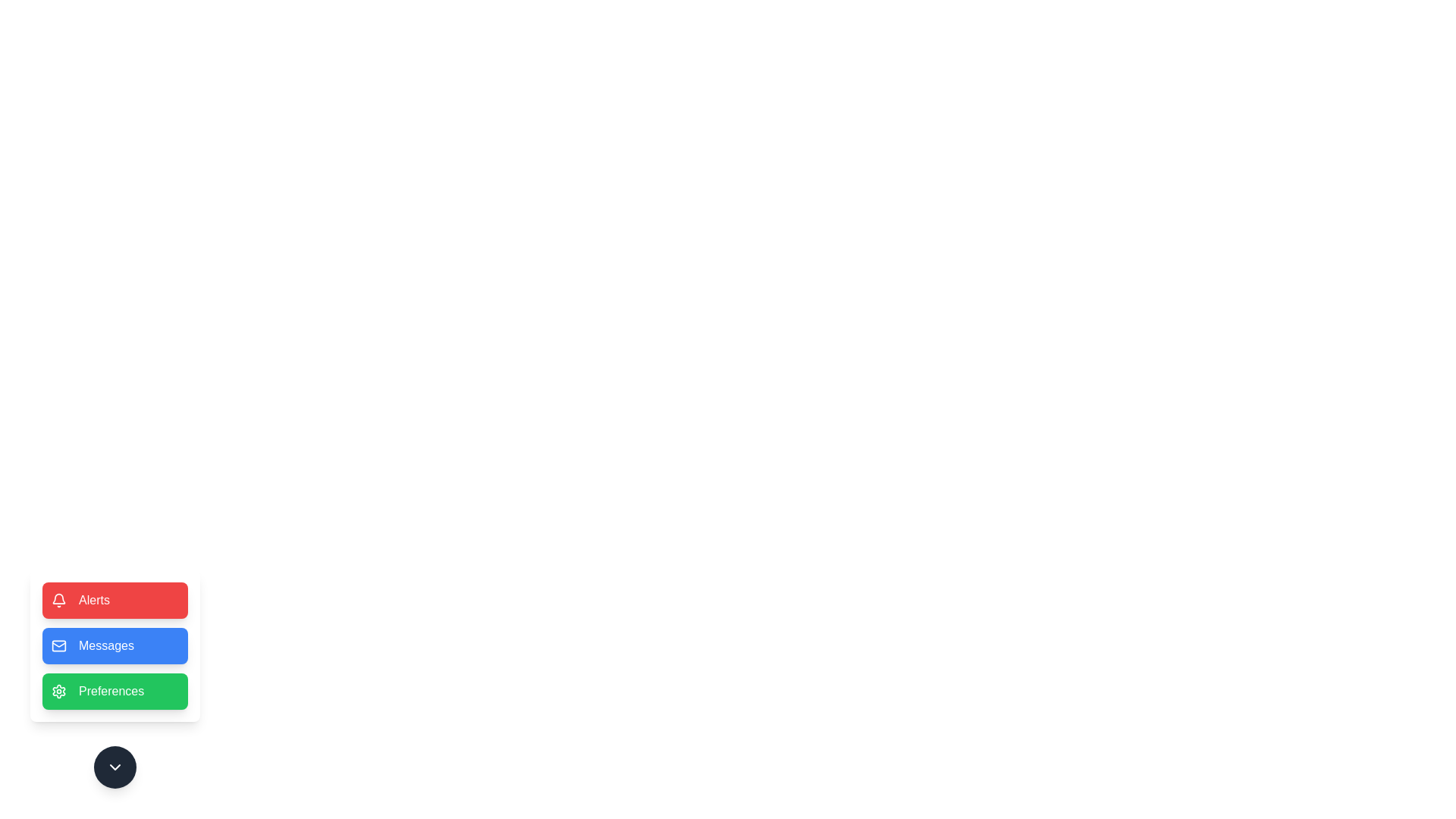 The width and height of the screenshot is (1456, 819). What do you see at coordinates (115, 599) in the screenshot?
I see `the Alerts button to observe the hover effect` at bounding box center [115, 599].